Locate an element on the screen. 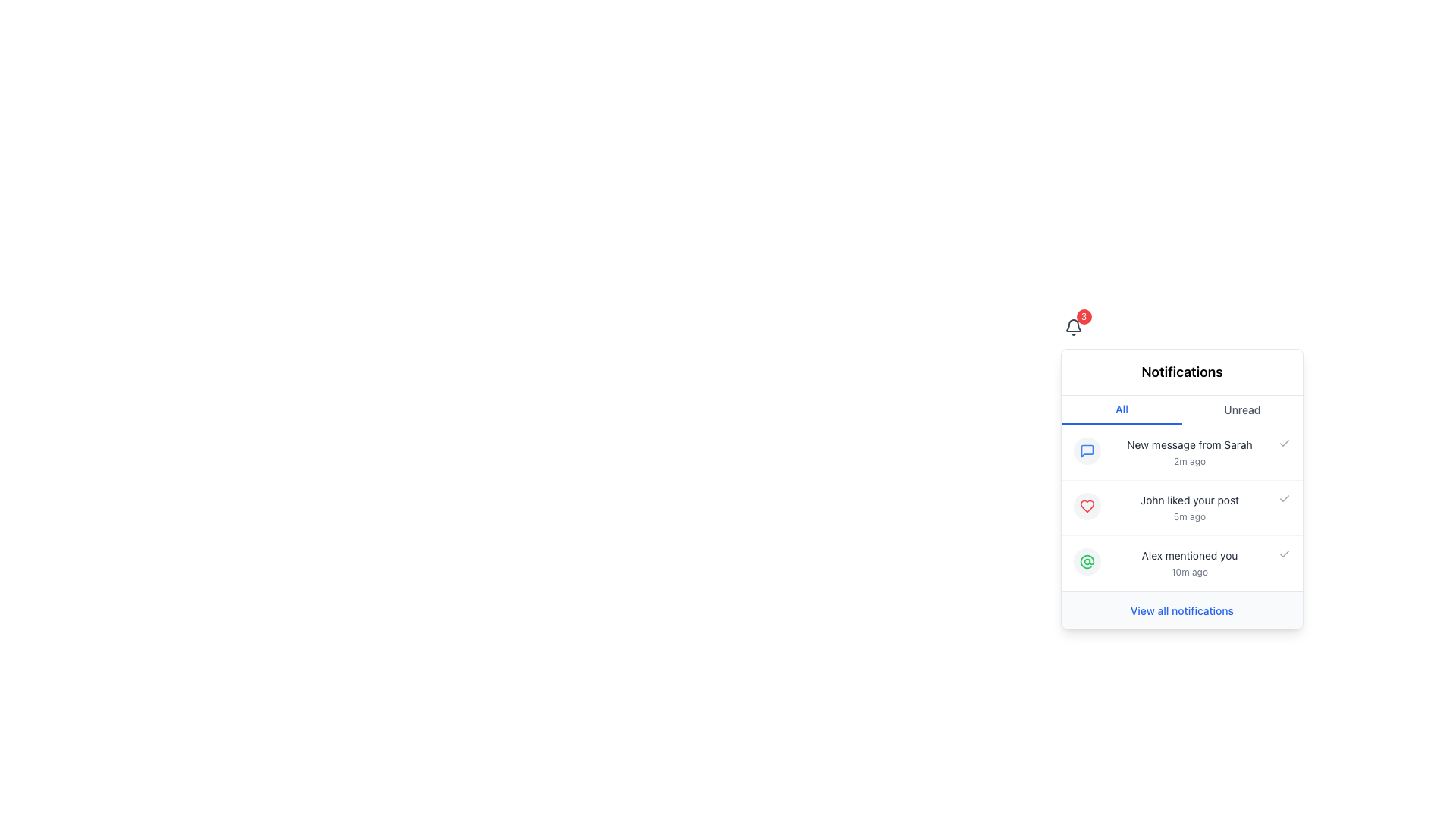 This screenshot has width=1456, height=819. the text label that indicates how much time has elapsed since the activity occurred, located in the second notification entry from the top in the notification dropdown menu, directly below 'John liked your post' is located at coordinates (1189, 516).